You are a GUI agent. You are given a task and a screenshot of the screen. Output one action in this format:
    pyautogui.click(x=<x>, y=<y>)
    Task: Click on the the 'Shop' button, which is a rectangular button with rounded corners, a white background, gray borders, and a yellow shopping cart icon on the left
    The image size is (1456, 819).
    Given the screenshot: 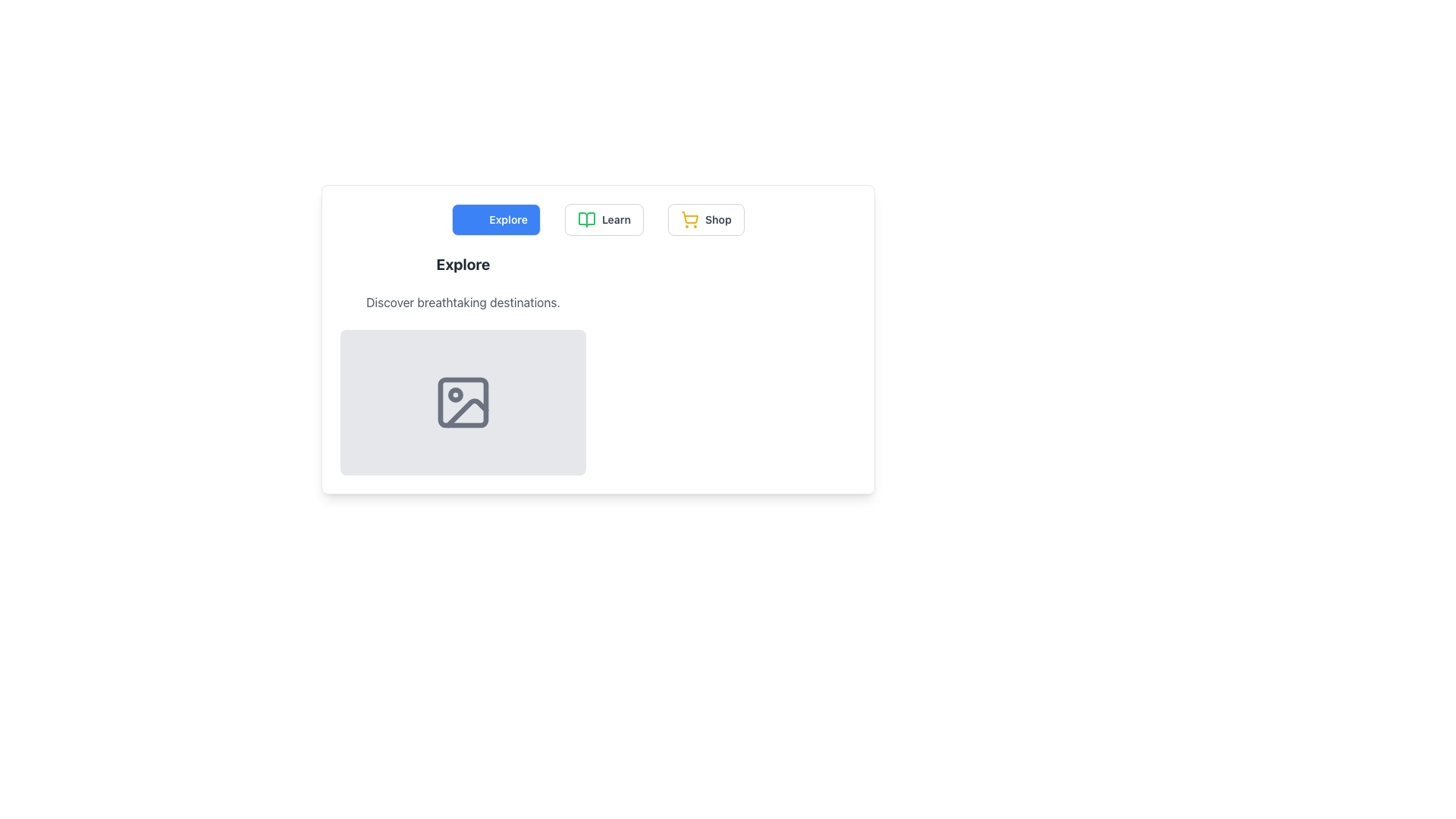 What is the action you would take?
    pyautogui.click(x=705, y=219)
    